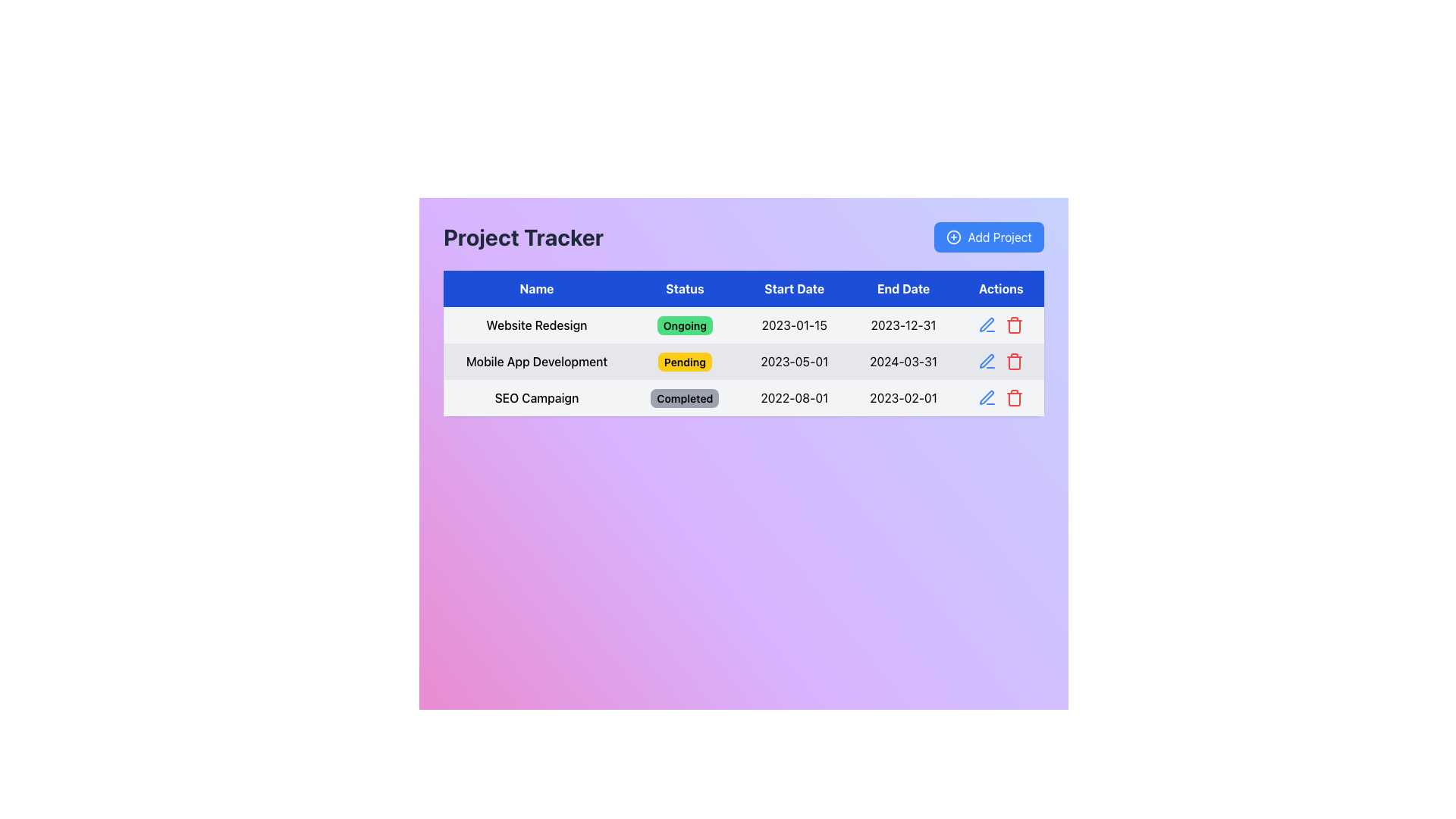 This screenshot has height=819, width=1456. What do you see at coordinates (793, 397) in the screenshot?
I see `the static text component displaying the start date for the project titled 'SEO Campaign' in the 'Start Date' column of the third row in the project tracking table` at bounding box center [793, 397].